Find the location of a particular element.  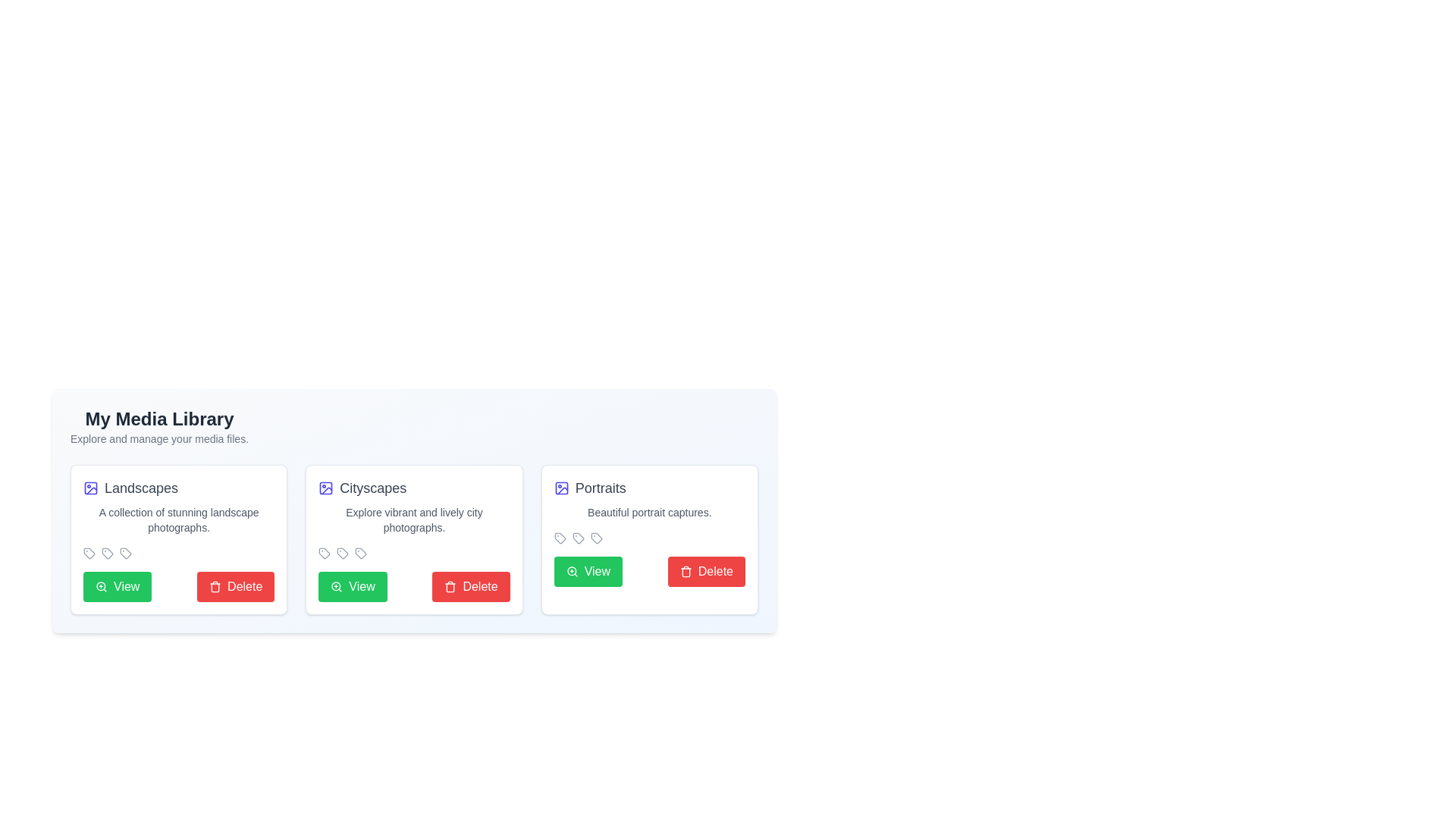

the 'View' button located at the bottom of the 'Portraits' card is located at coordinates (649, 571).